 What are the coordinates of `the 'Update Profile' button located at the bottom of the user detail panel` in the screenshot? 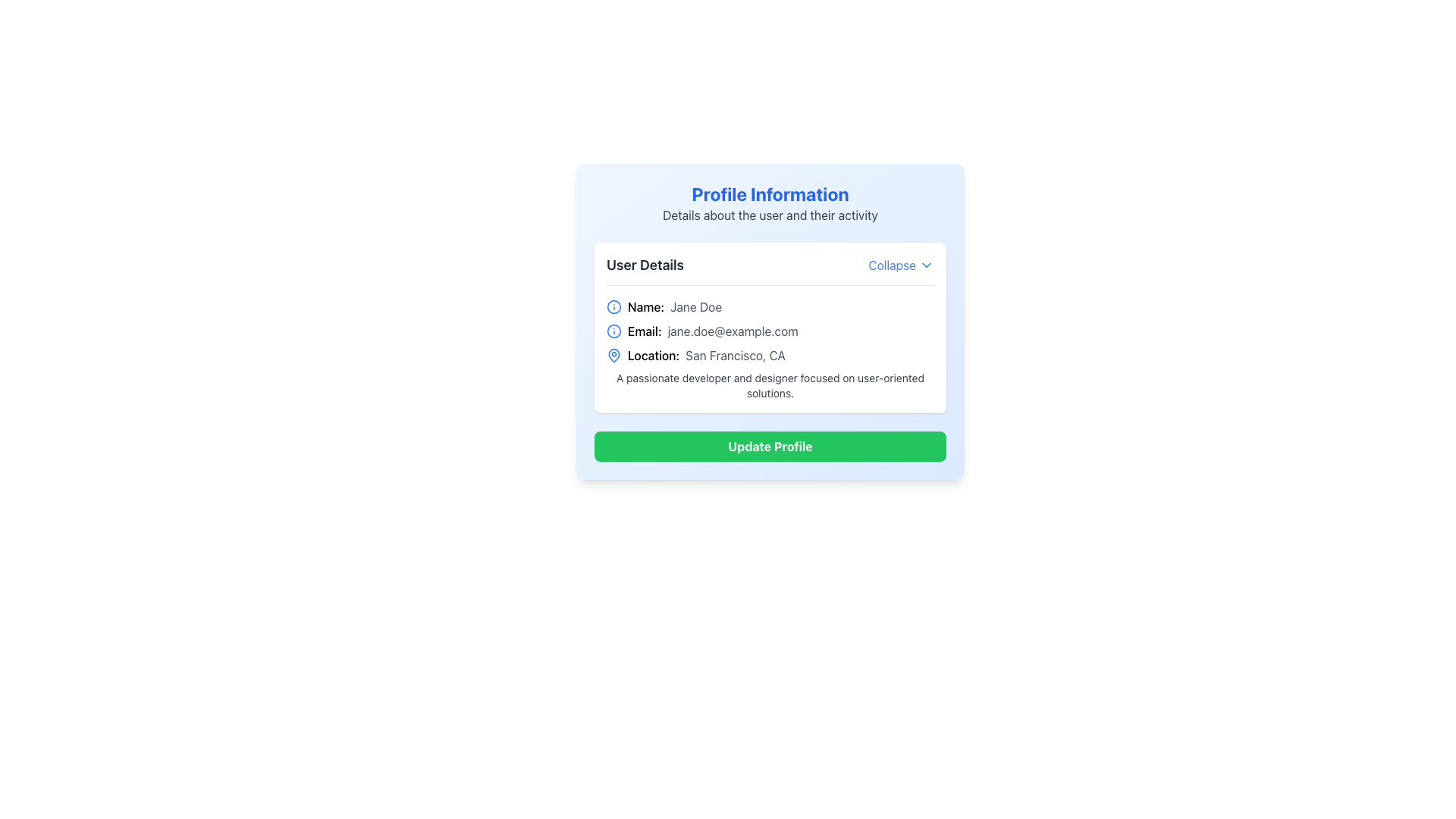 It's located at (770, 446).